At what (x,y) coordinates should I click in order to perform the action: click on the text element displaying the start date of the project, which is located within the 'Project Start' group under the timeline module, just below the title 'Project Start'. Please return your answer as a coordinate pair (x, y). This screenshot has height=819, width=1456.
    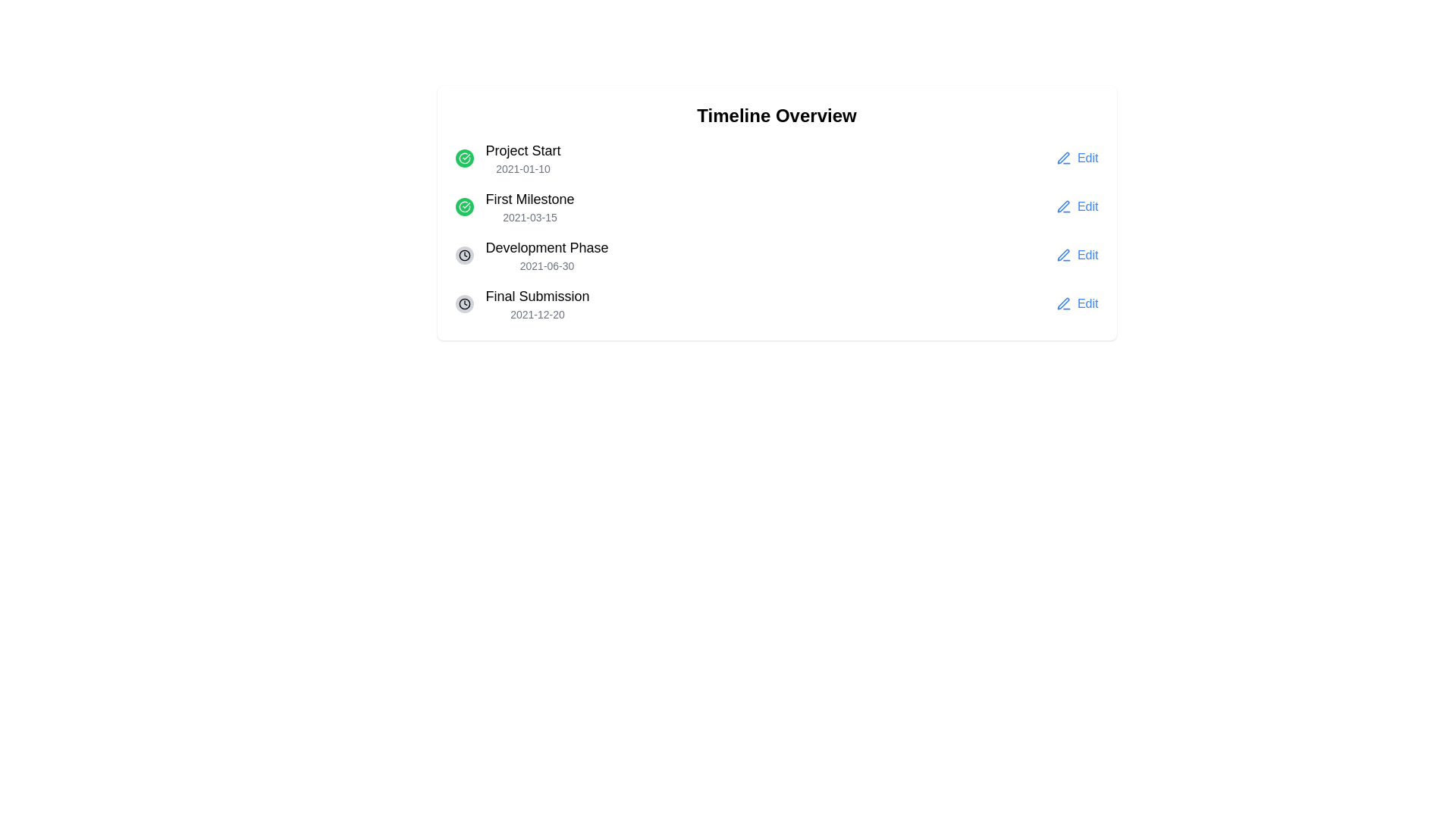
    Looking at the image, I should click on (523, 169).